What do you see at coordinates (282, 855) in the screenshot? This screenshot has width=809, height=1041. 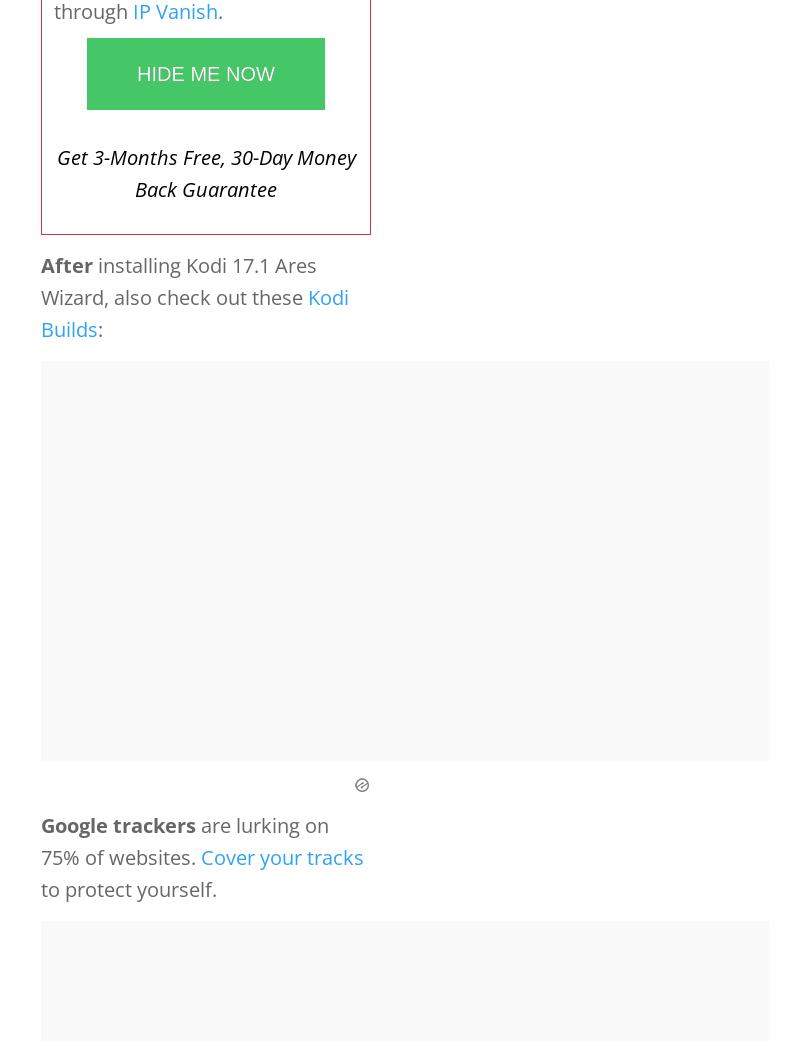 I see `'Cover your tracks'` at bounding box center [282, 855].